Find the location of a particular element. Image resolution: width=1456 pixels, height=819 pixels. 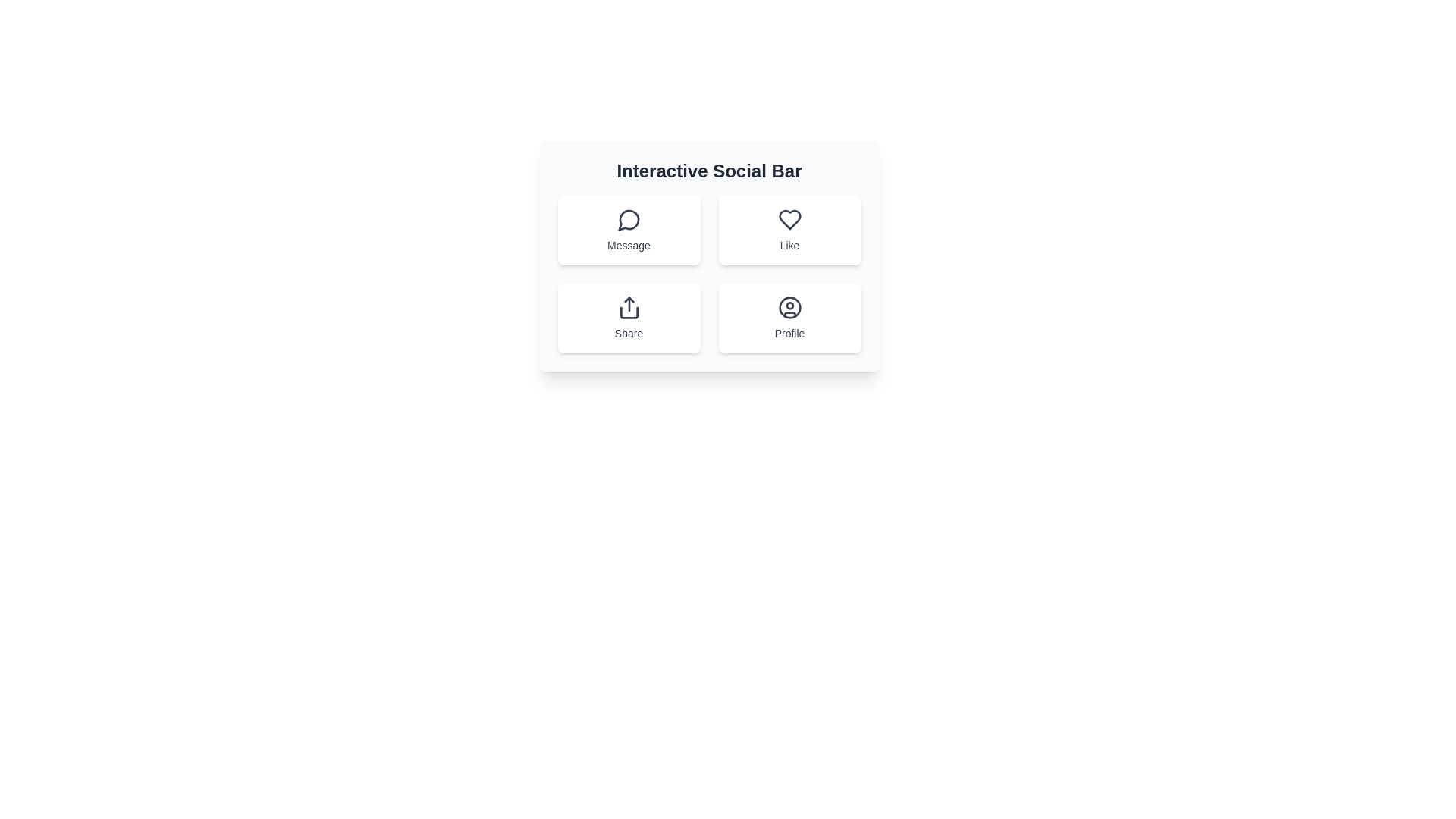

the black outlined heart icon within the 'Like' button located in the top right quadrant of the grid layout in the 'Interactive Social Bar' card is located at coordinates (789, 219).